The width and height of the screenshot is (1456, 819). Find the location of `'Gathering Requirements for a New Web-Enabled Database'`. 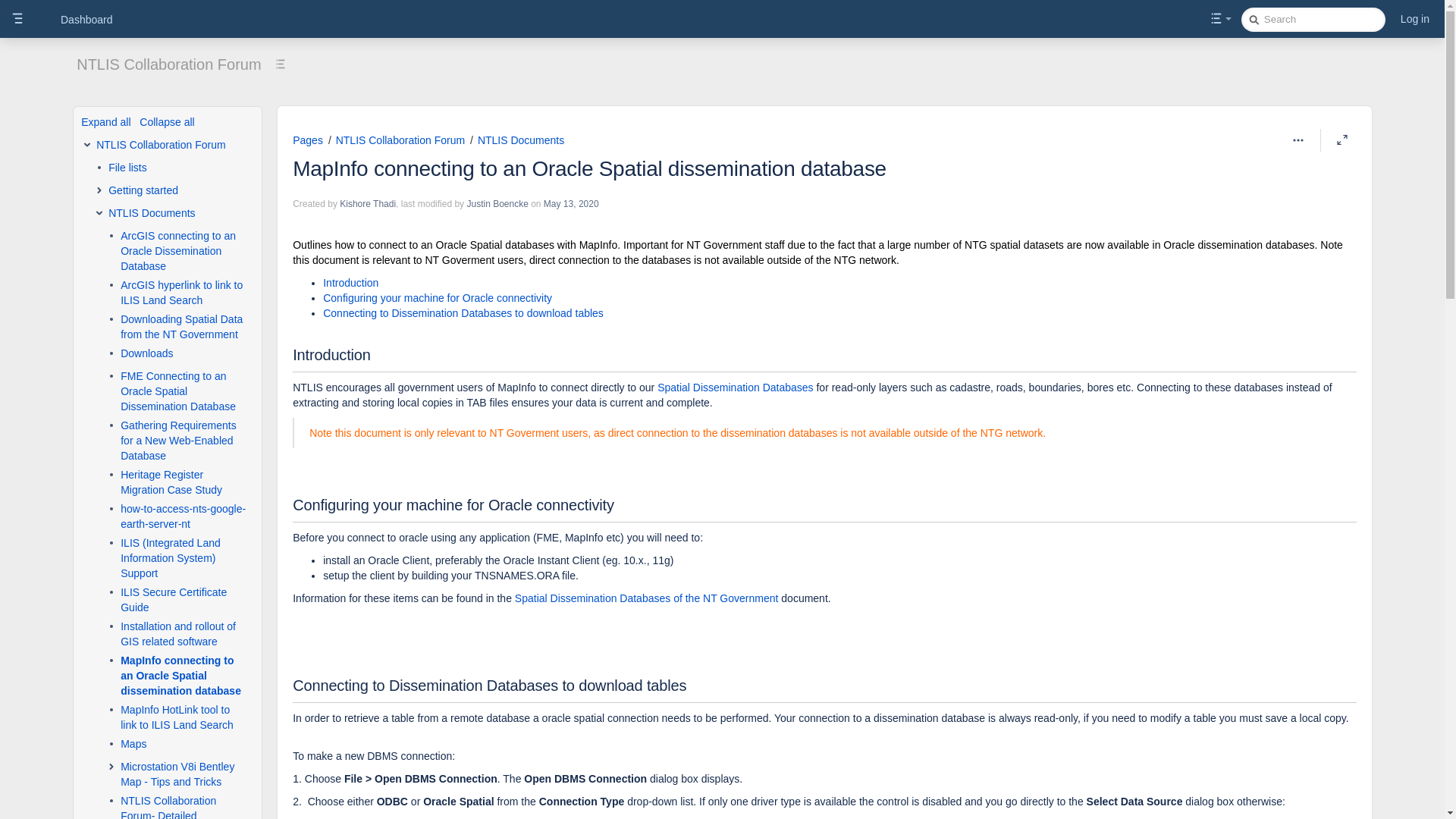

'Gathering Requirements for a New Web-Enabled Database' is located at coordinates (119, 441).